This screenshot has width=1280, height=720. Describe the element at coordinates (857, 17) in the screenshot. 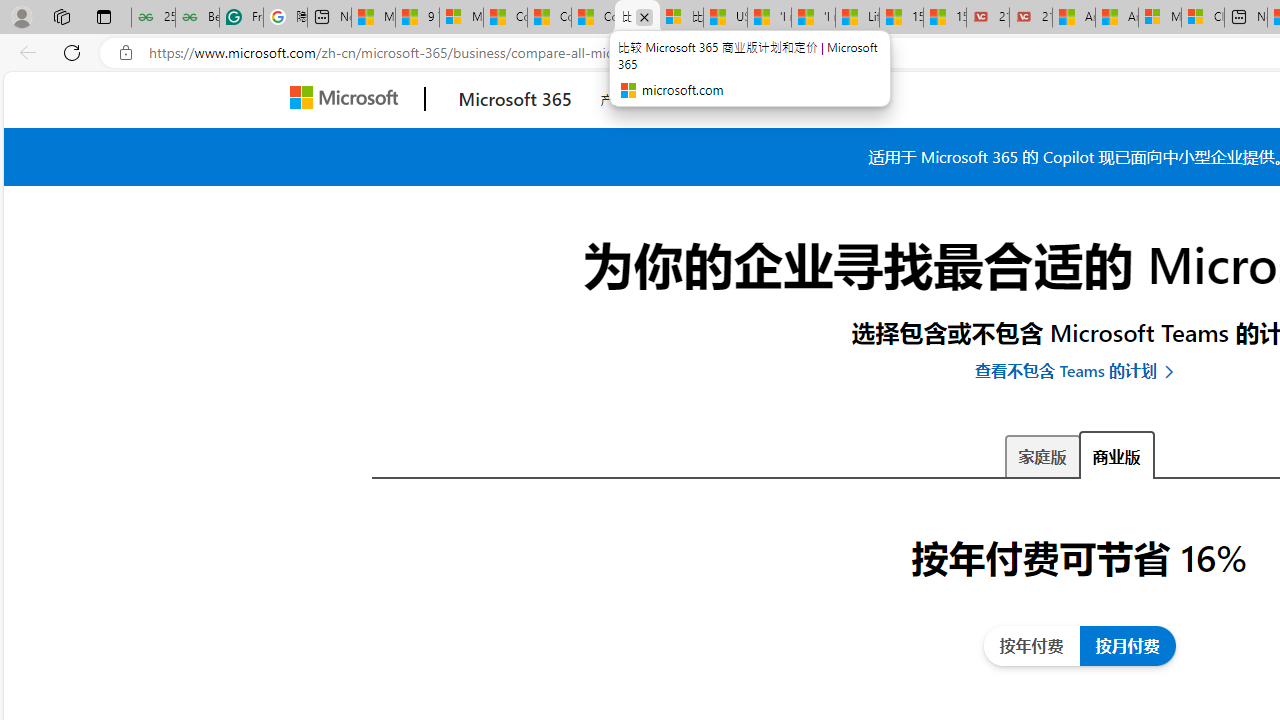

I see `'Lifestyle - MSN'` at that location.